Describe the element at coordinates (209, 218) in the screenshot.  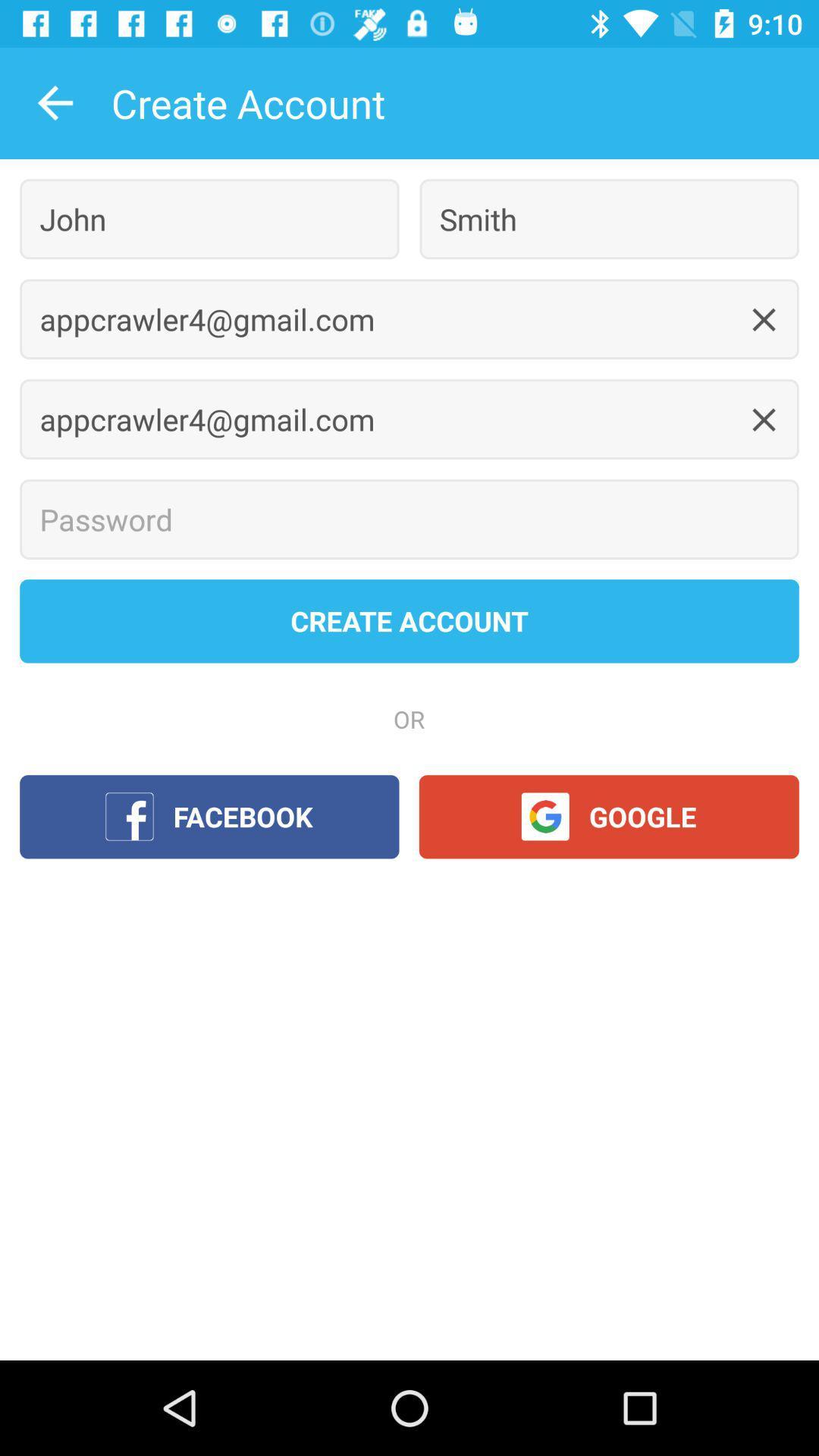
I see `john` at that location.